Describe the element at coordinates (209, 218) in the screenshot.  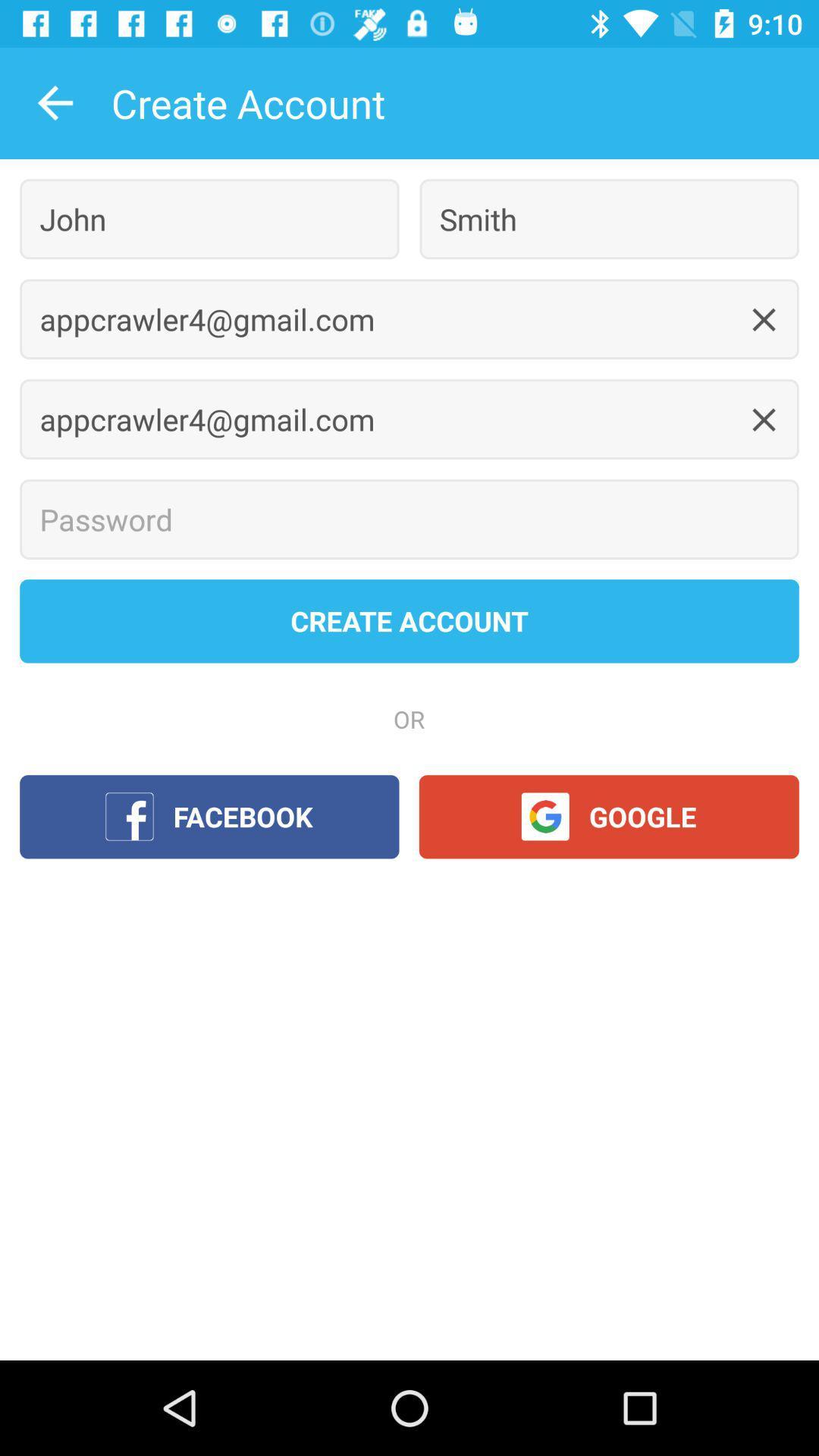
I see `john` at that location.